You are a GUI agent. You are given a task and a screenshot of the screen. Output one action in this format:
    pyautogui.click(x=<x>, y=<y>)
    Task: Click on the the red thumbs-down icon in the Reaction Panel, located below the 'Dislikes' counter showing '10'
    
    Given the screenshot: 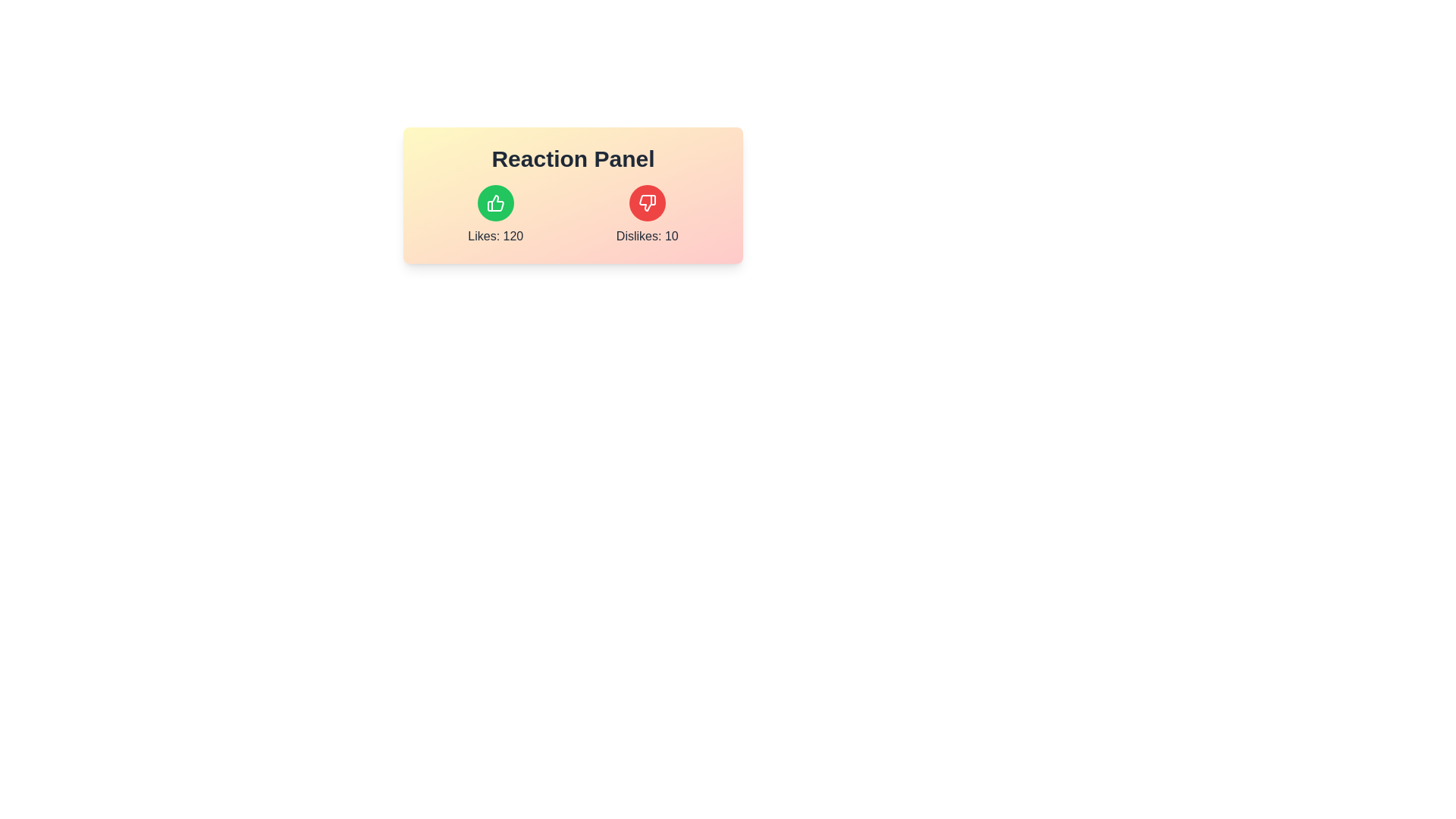 What is the action you would take?
    pyautogui.click(x=647, y=202)
    